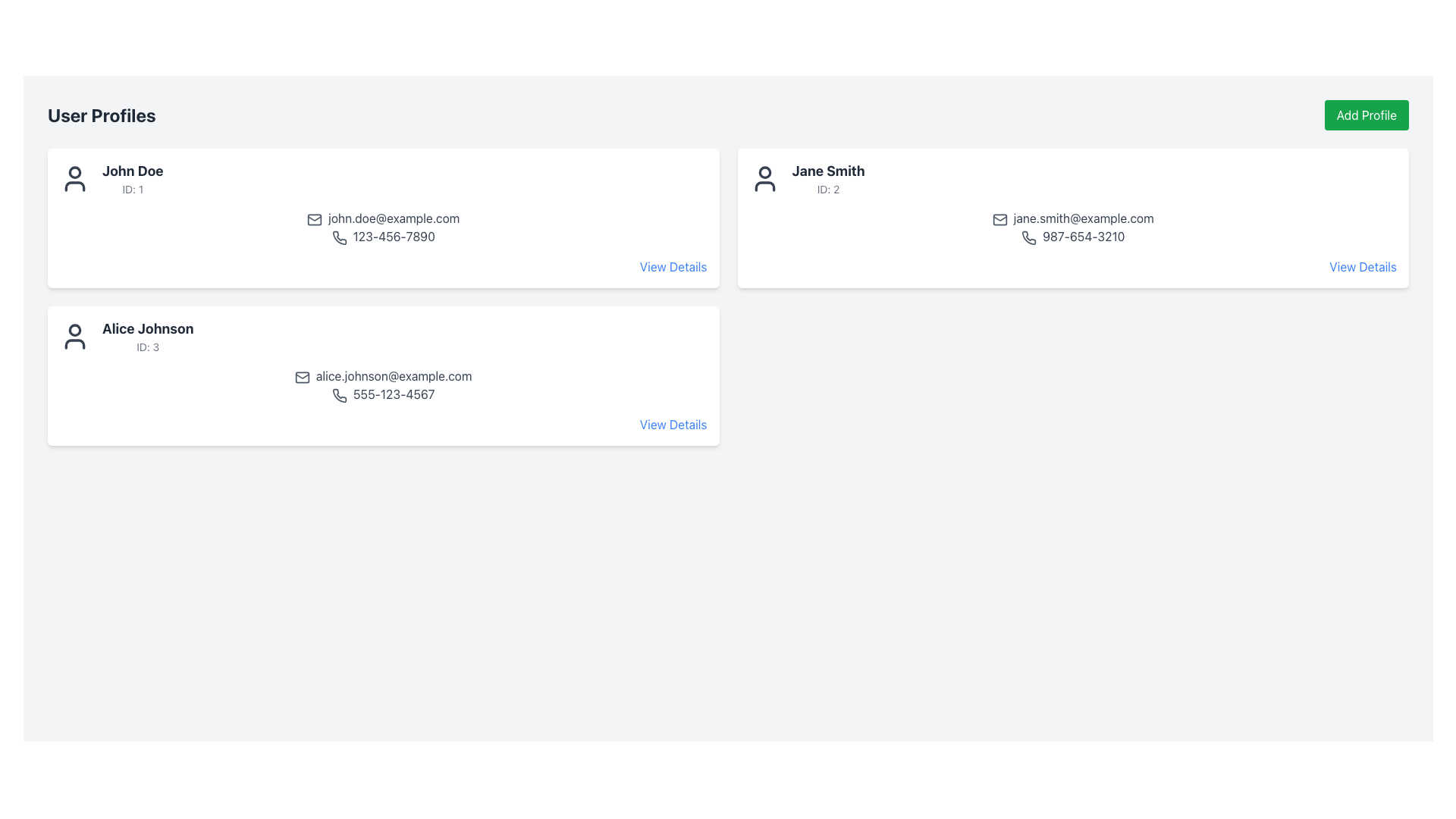  I want to click on the 'Add Profile' button, which has rounded edges, a green background, and white text, so click(1367, 114).